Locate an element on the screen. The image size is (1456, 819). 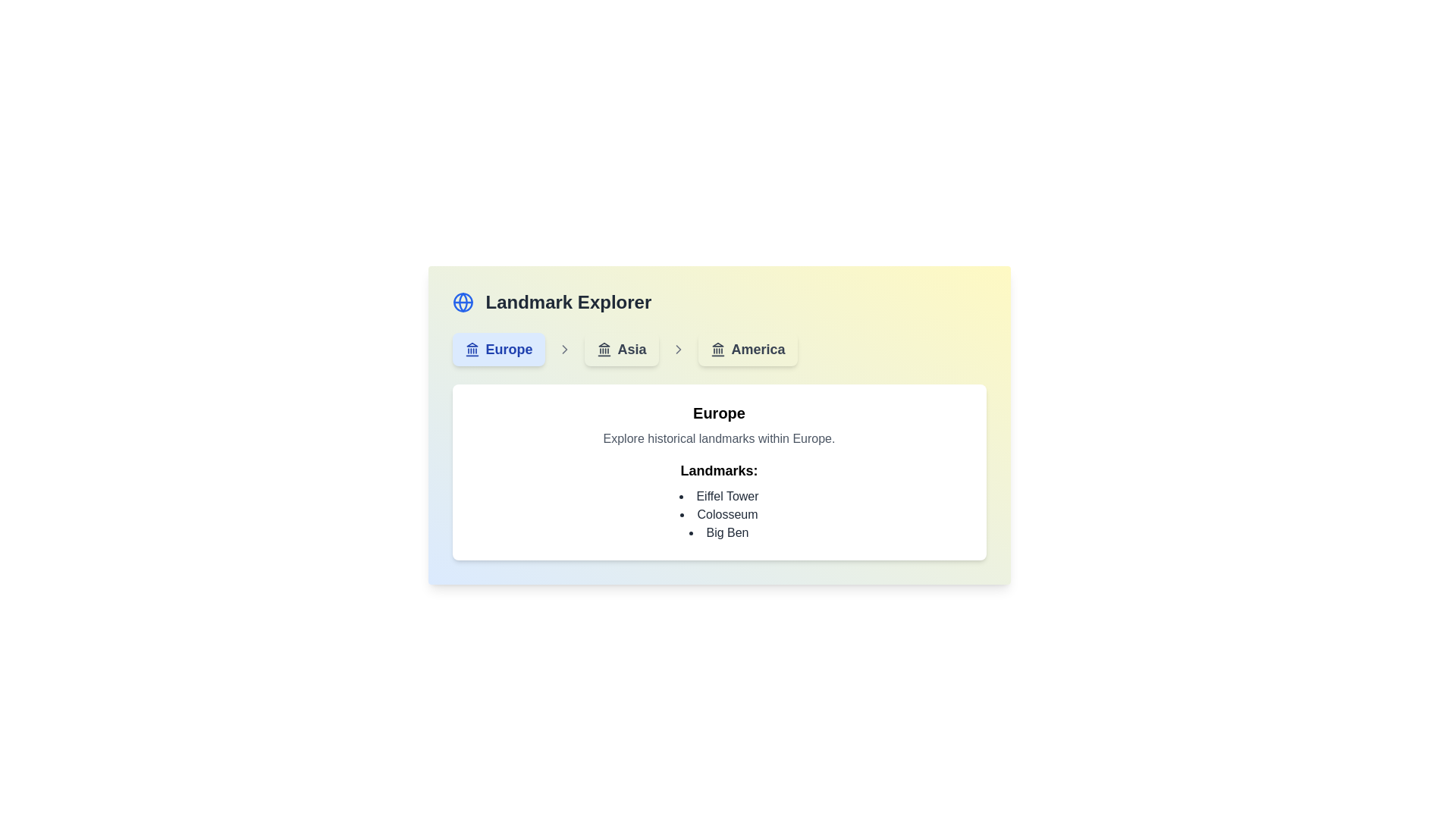
the third right-pointing chevron icon, which indicates progression and is positioned between the 'Asia' button and the 'America' button is located at coordinates (677, 350).